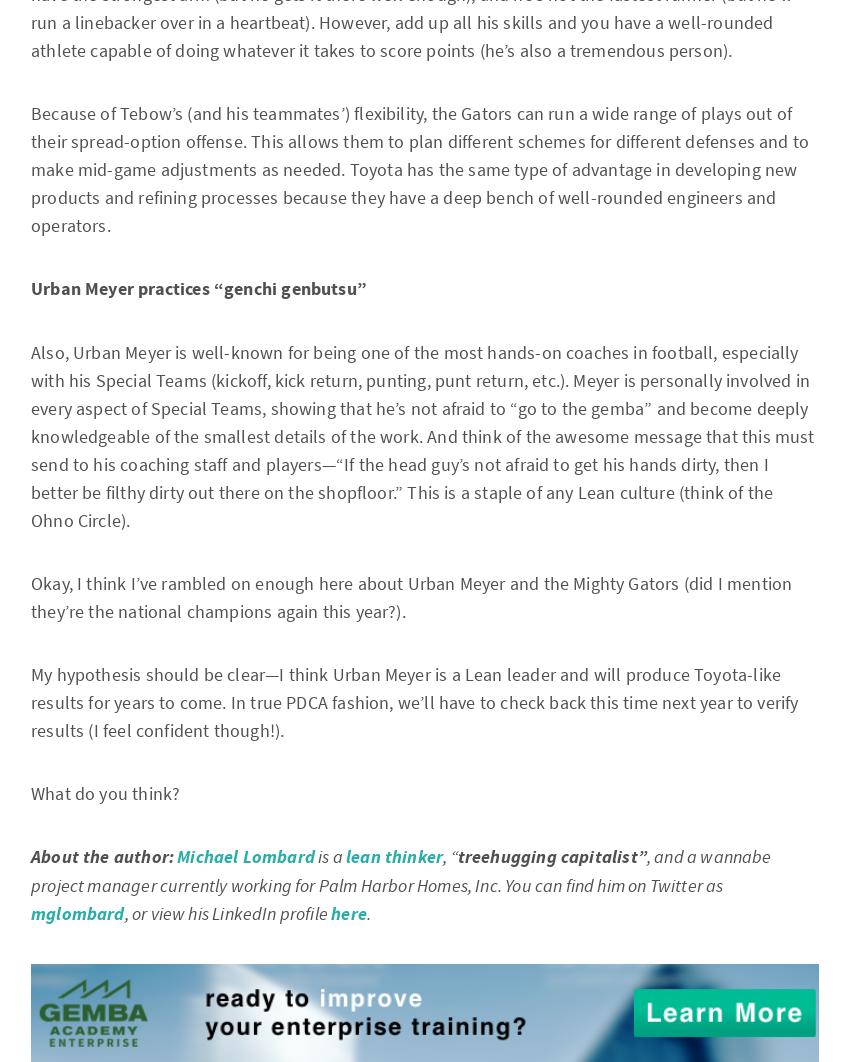 Image resolution: width=850 pixels, height=1062 pixels. Describe the element at coordinates (345, 856) in the screenshot. I see `'lean thinker'` at that location.